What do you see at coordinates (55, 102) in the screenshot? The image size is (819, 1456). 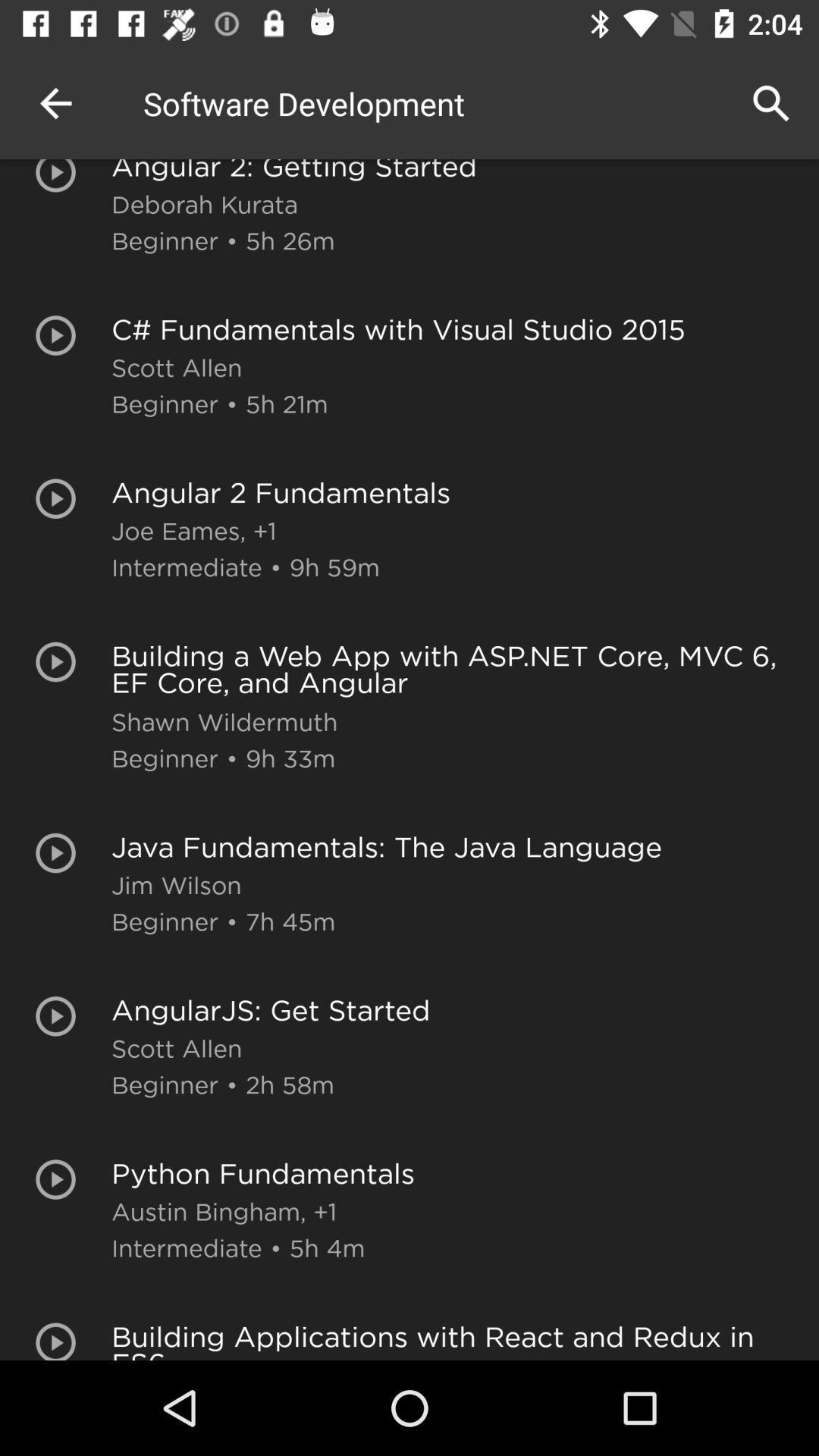 I see `the item next to the angular 2 getting item` at bounding box center [55, 102].